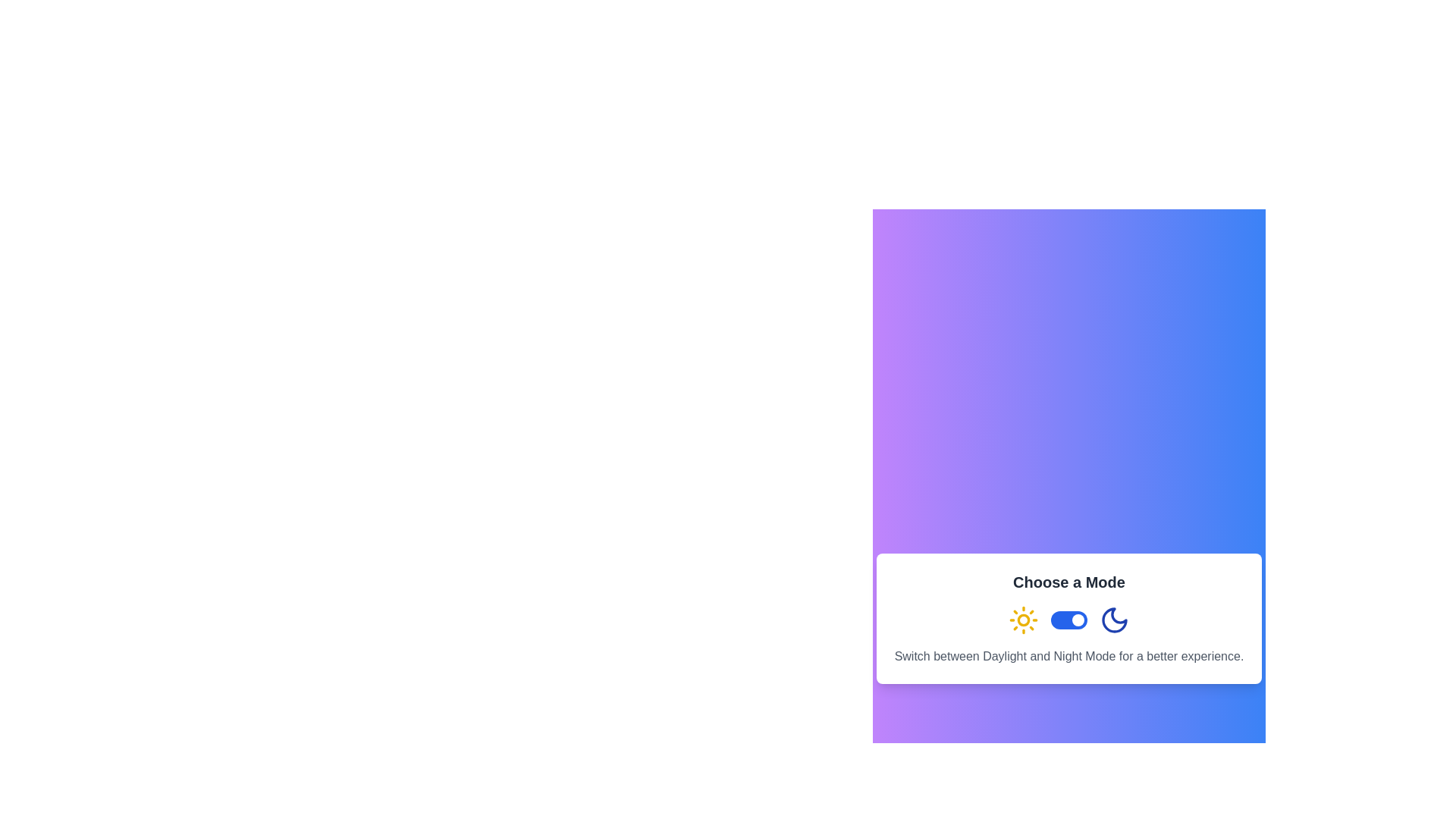 The width and height of the screenshot is (1456, 819). Describe the element at coordinates (1068, 620) in the screenshot. I see `the toggle switch that allows users to switch between daylight and night mode, which is centrally located between a yellow sun icon on the left and a blue crescent moon icon on the right` at that location.